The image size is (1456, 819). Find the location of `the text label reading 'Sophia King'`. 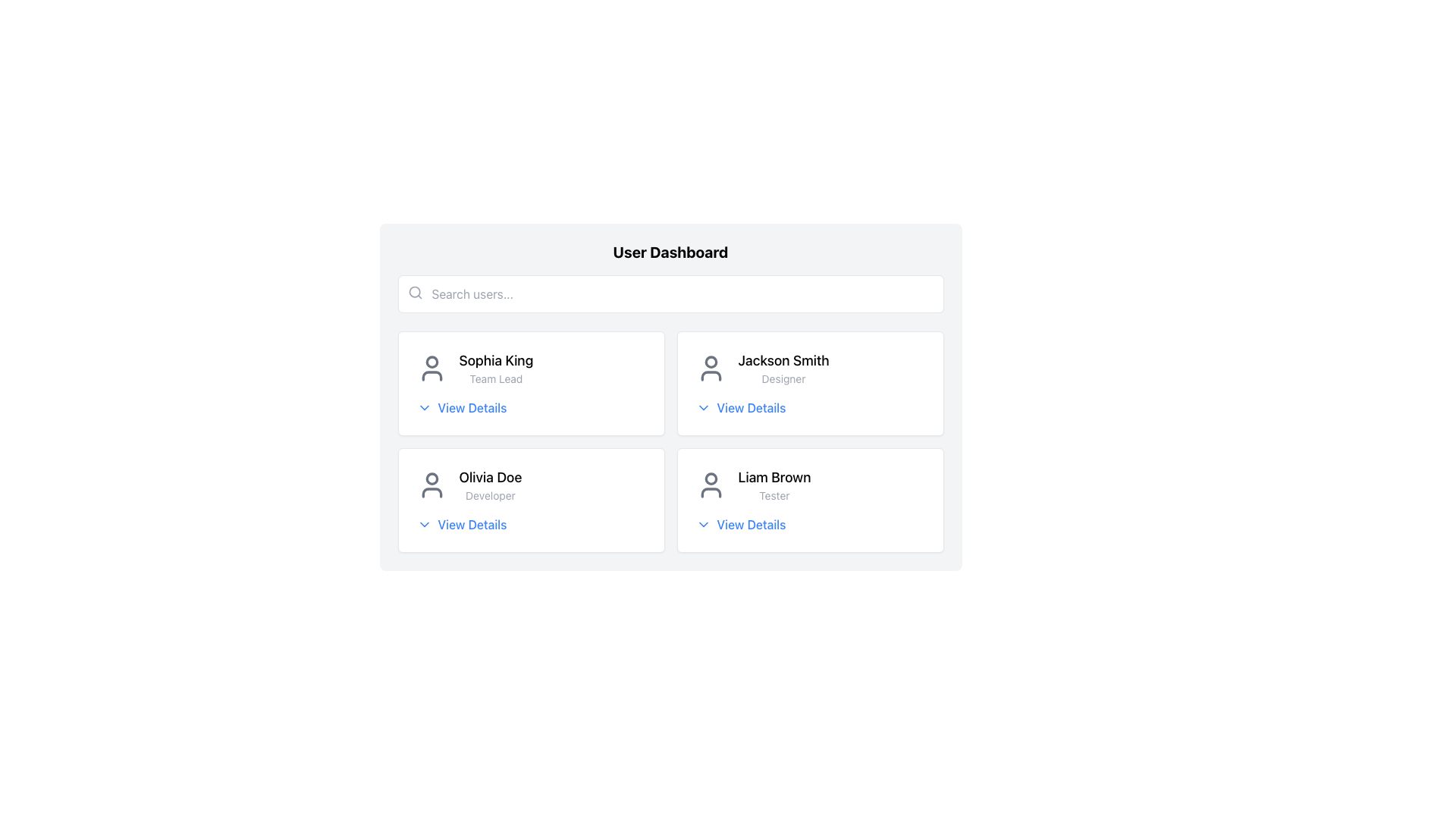

the text label reading 'Sophia King' is located at coordinates (496, 360).